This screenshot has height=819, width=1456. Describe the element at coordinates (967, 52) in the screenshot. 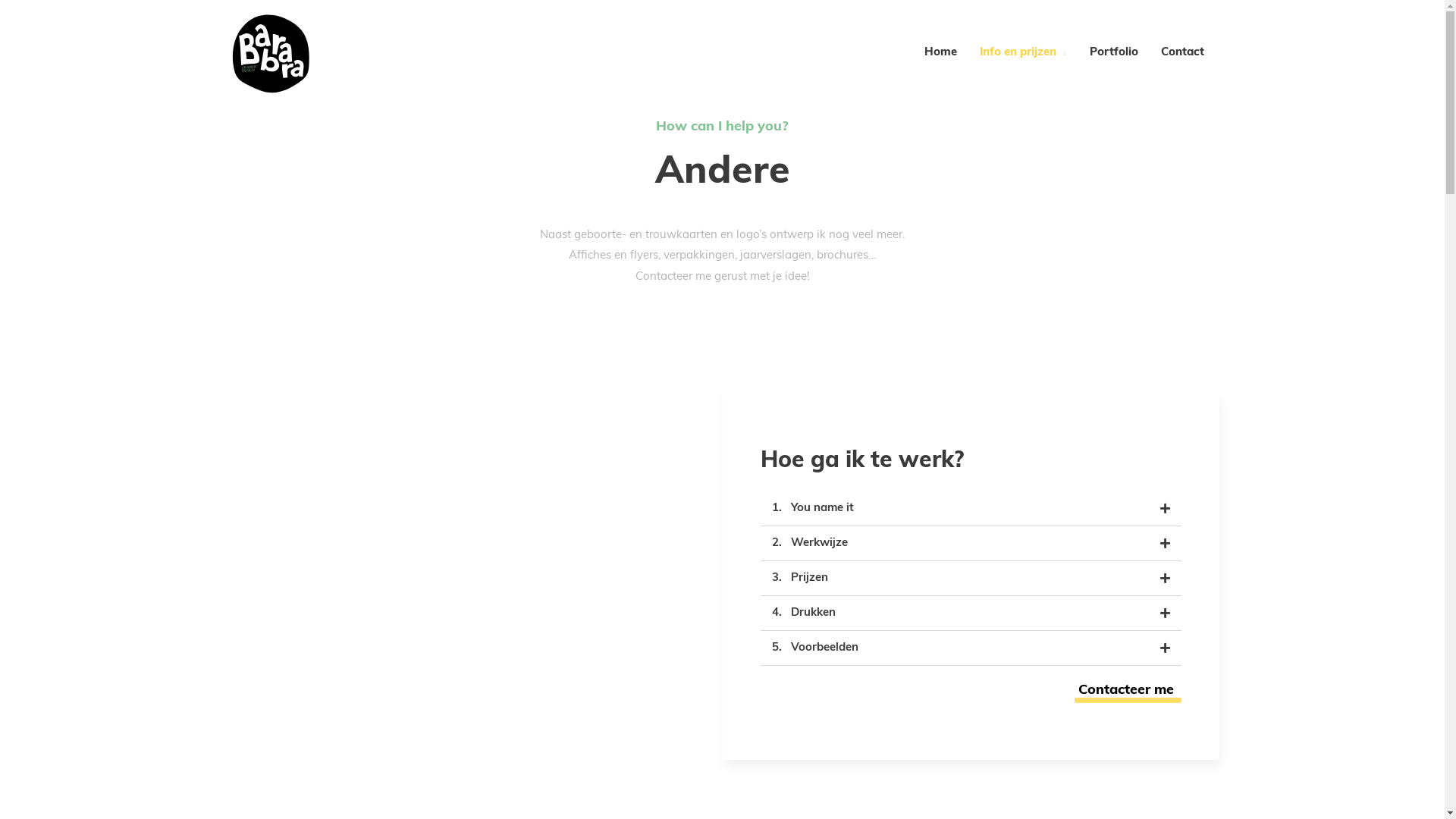

I see `'Info en prijzen'` at that location.